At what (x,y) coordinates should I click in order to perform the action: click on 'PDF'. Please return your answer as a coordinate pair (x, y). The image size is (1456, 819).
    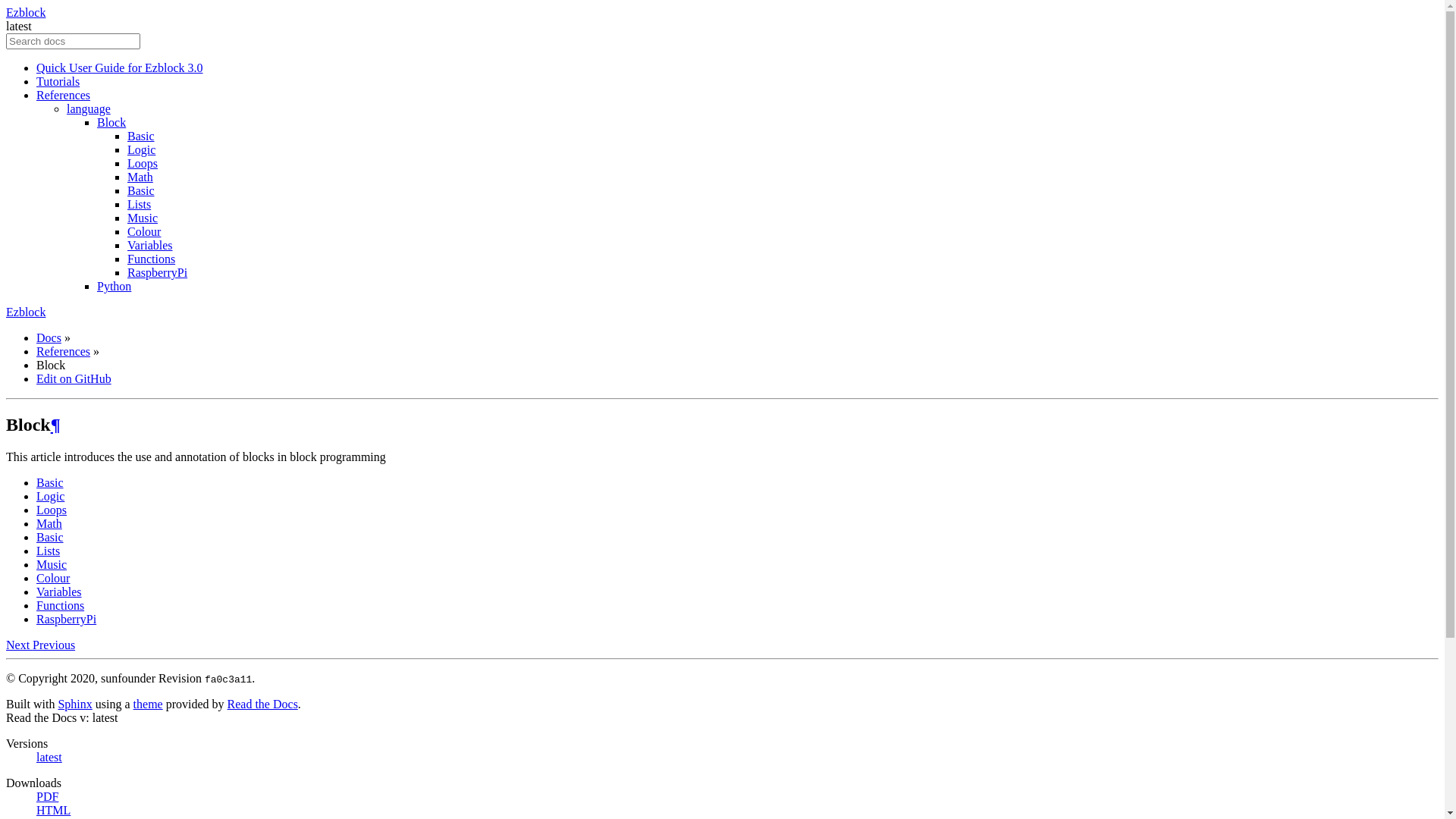
    Looking at the image, I should click on (47, 795).